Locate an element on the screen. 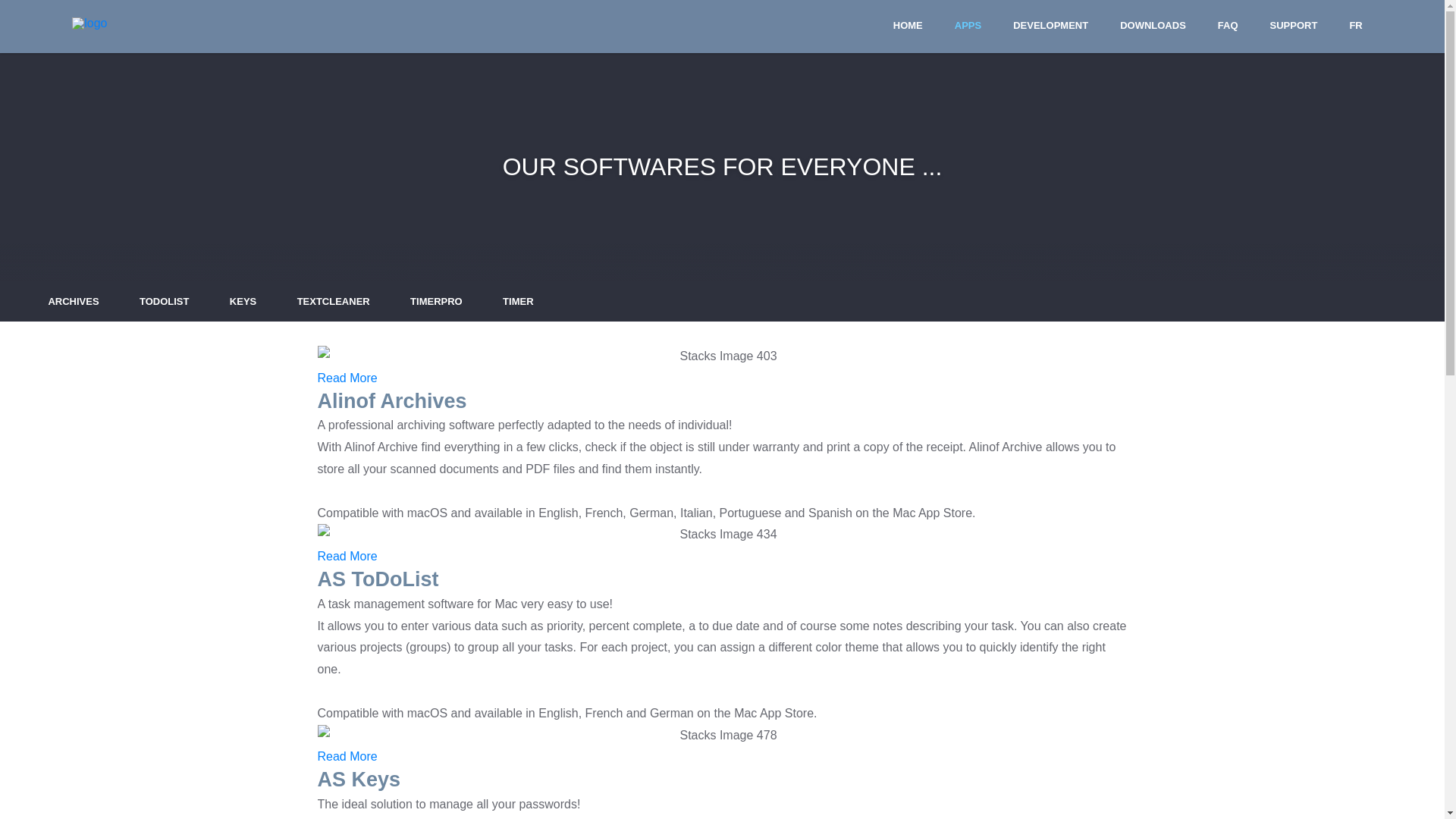 This screenshot has height=819, width=1456. 'FAQ' is located at coordinates (1228, 25).